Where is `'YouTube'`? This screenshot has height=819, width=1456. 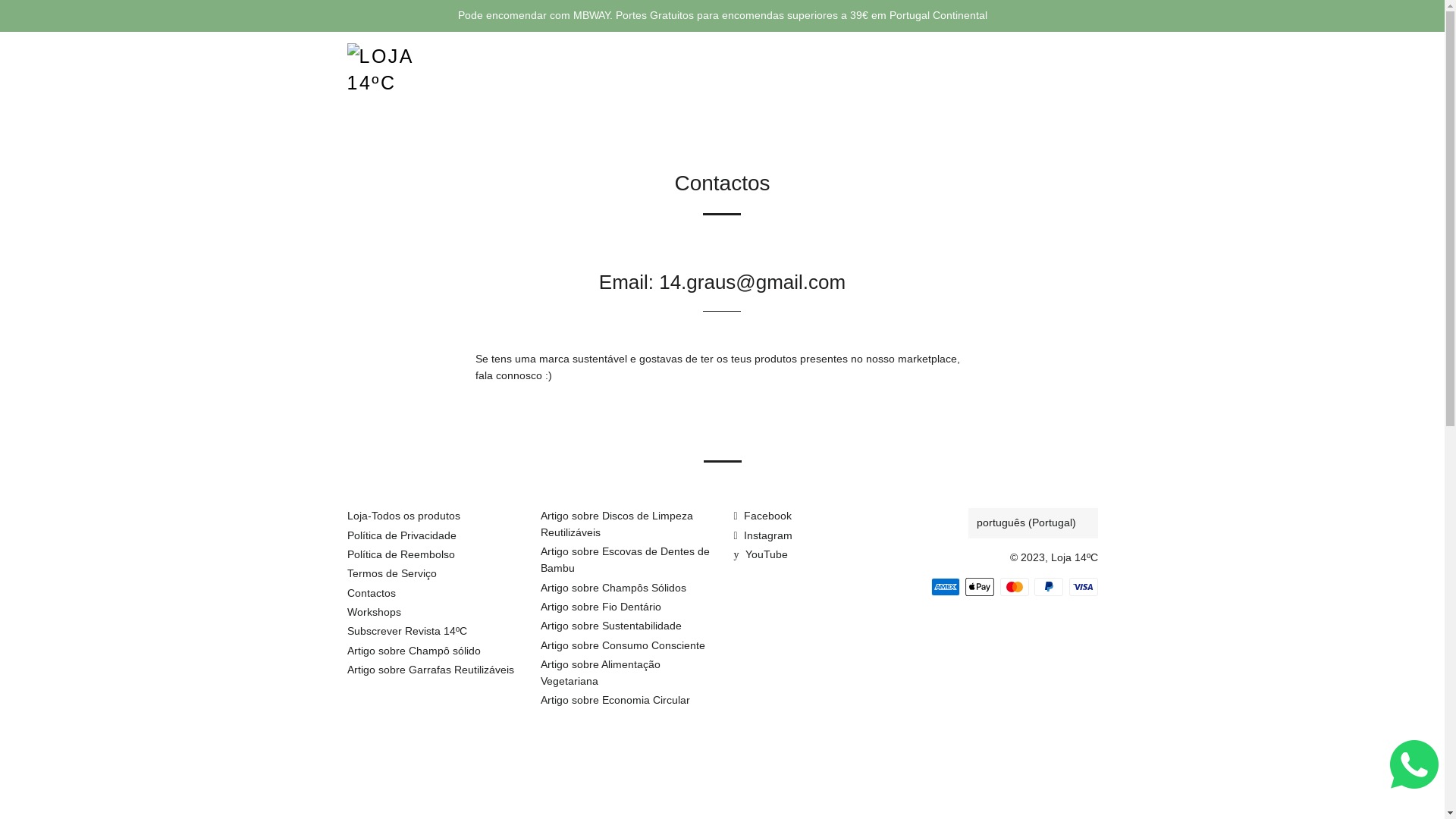 'YouTube' is located at coordinates (761, 554).